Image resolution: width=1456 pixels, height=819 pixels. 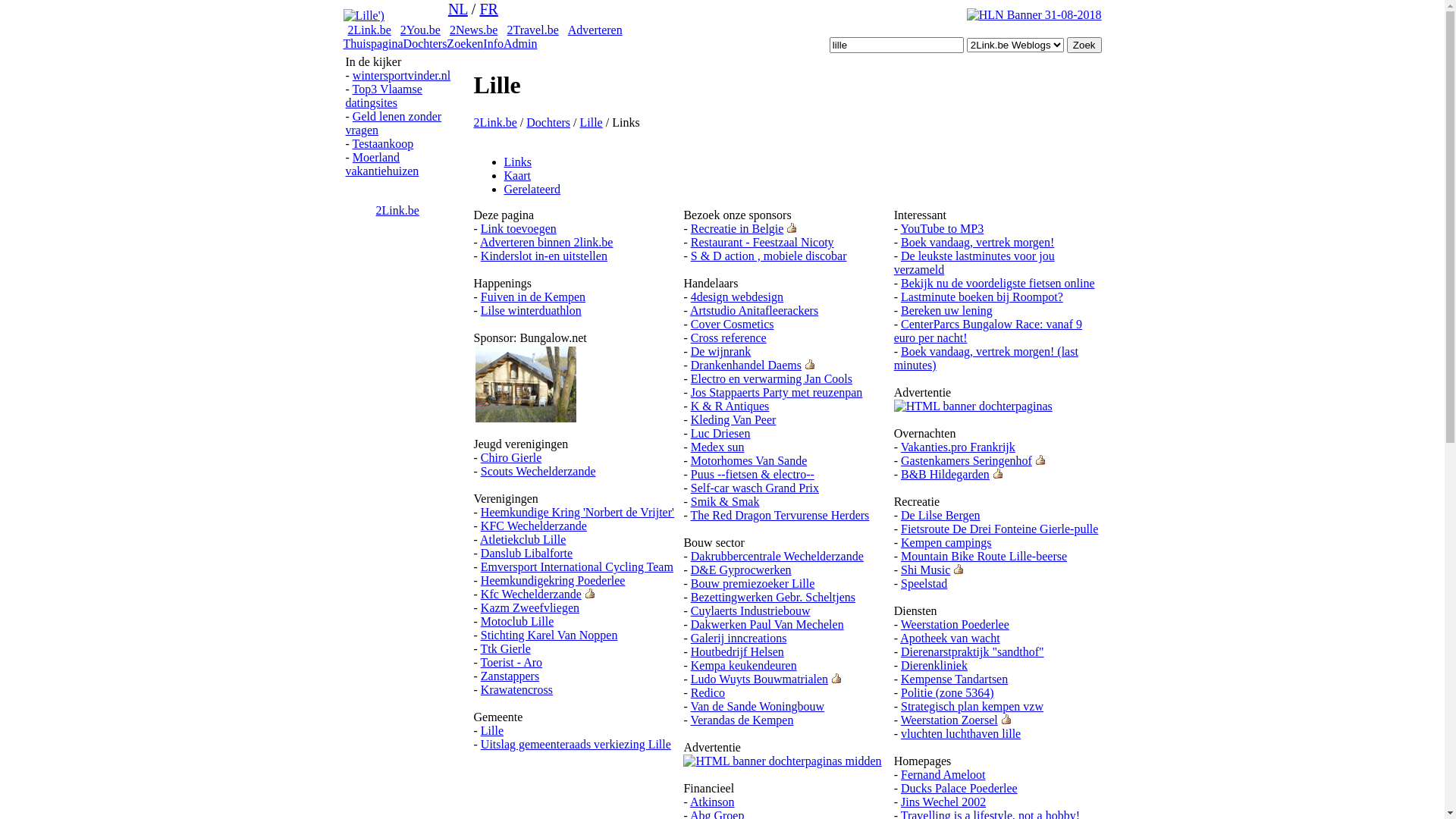 What do you see at coordinates (493, 42) in the screenshot?
I see `'Info'` at bounding box center [493, 42].